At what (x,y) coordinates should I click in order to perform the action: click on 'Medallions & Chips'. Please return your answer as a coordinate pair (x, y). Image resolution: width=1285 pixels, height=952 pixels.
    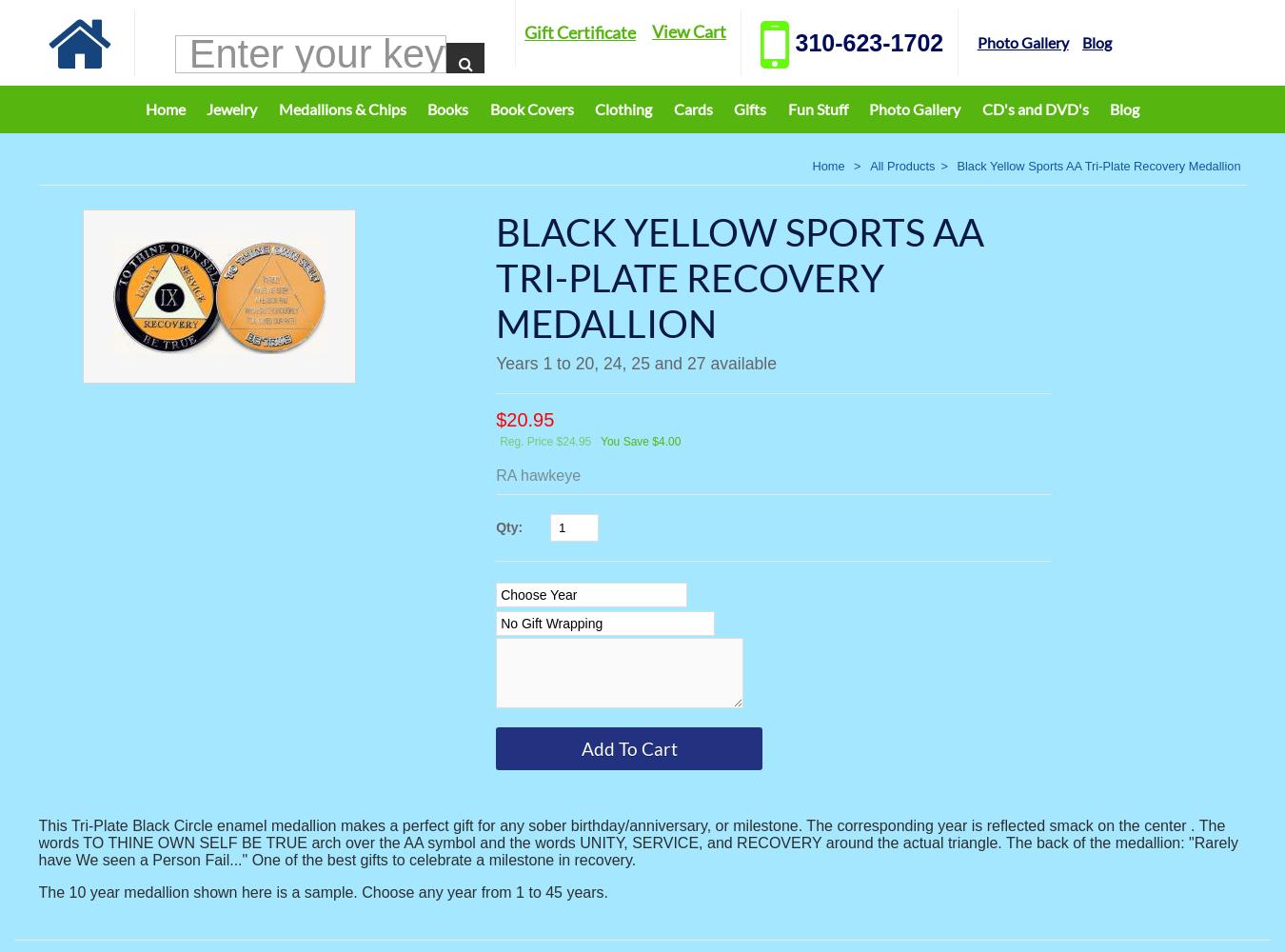
    Looking at the image, I should click on (341, 108).